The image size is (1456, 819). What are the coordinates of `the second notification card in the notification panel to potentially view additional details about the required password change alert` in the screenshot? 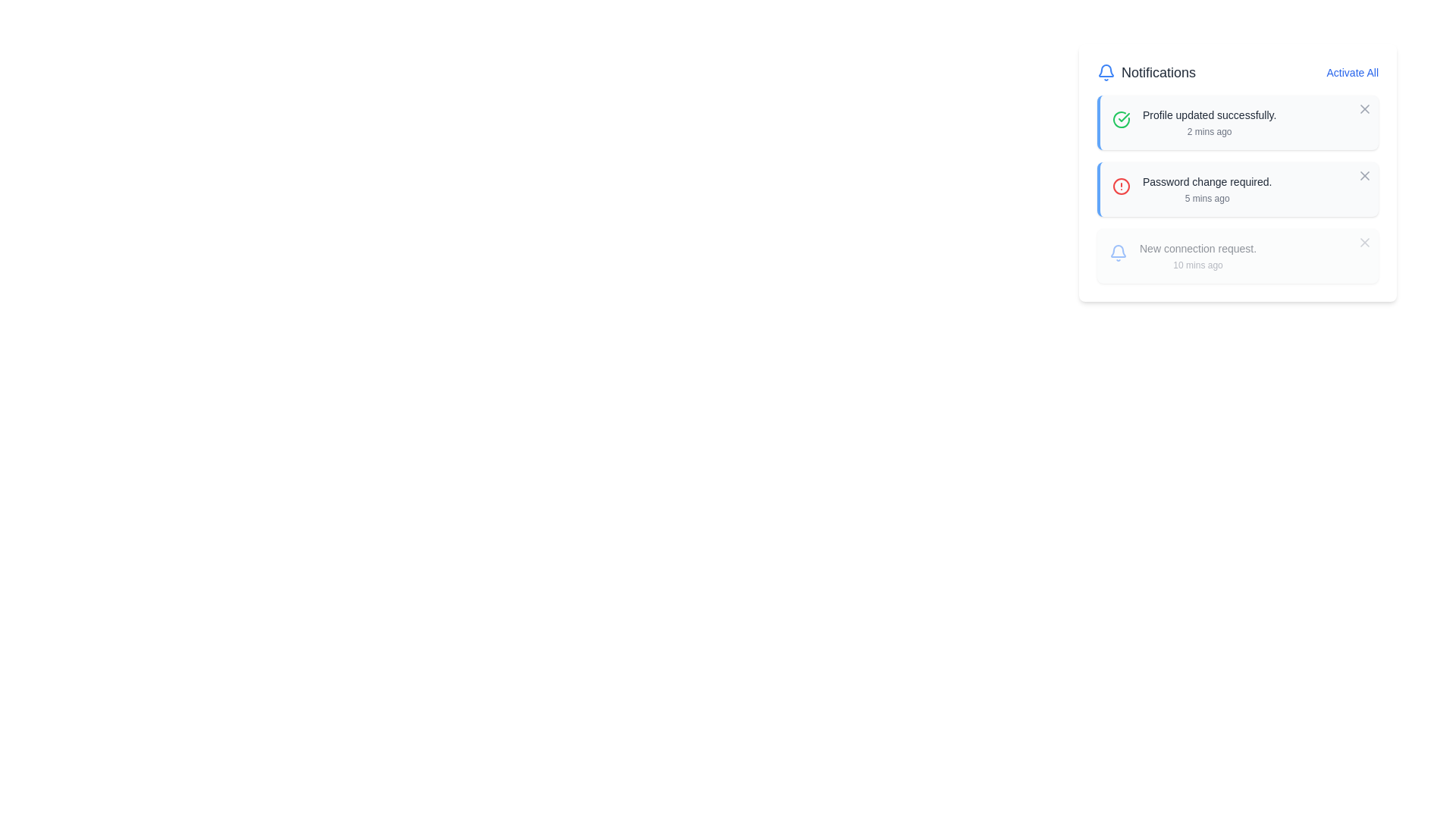 It's located at (1238, 171).